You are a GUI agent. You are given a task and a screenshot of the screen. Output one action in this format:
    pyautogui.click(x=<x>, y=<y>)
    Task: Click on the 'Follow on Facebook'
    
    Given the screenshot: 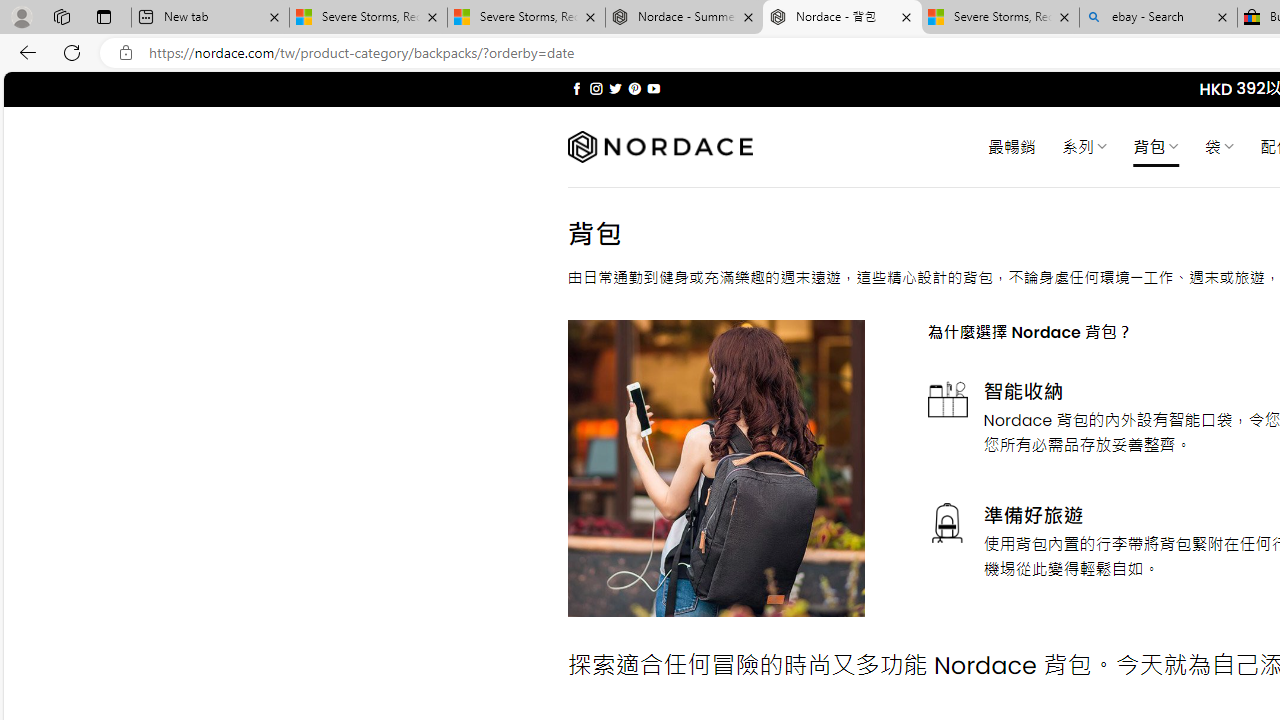 What is the action you would take?
    pyautogui.click(x=576, y=88)
    